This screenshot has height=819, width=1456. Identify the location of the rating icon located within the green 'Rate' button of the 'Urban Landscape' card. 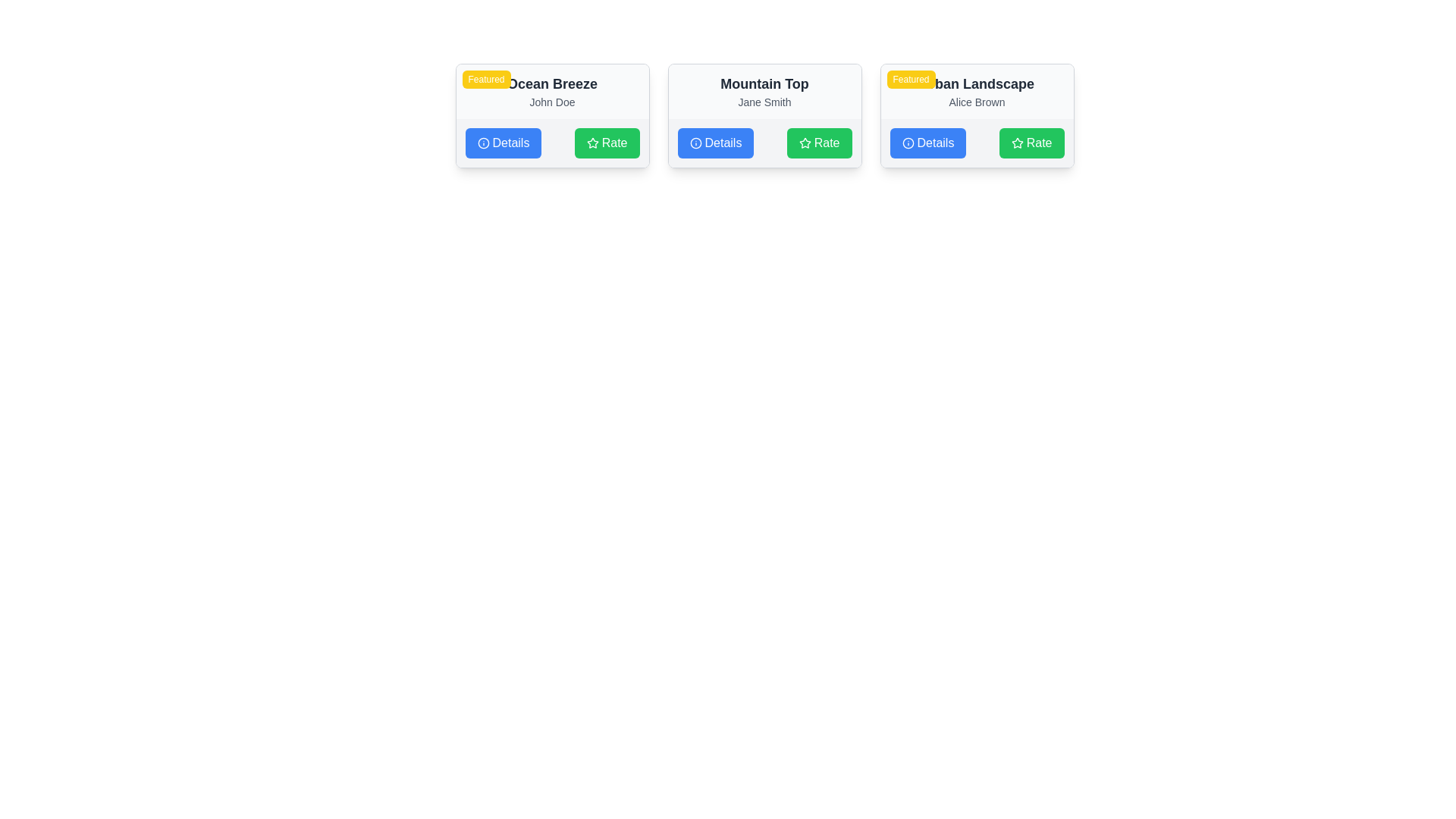
(1017, 143).